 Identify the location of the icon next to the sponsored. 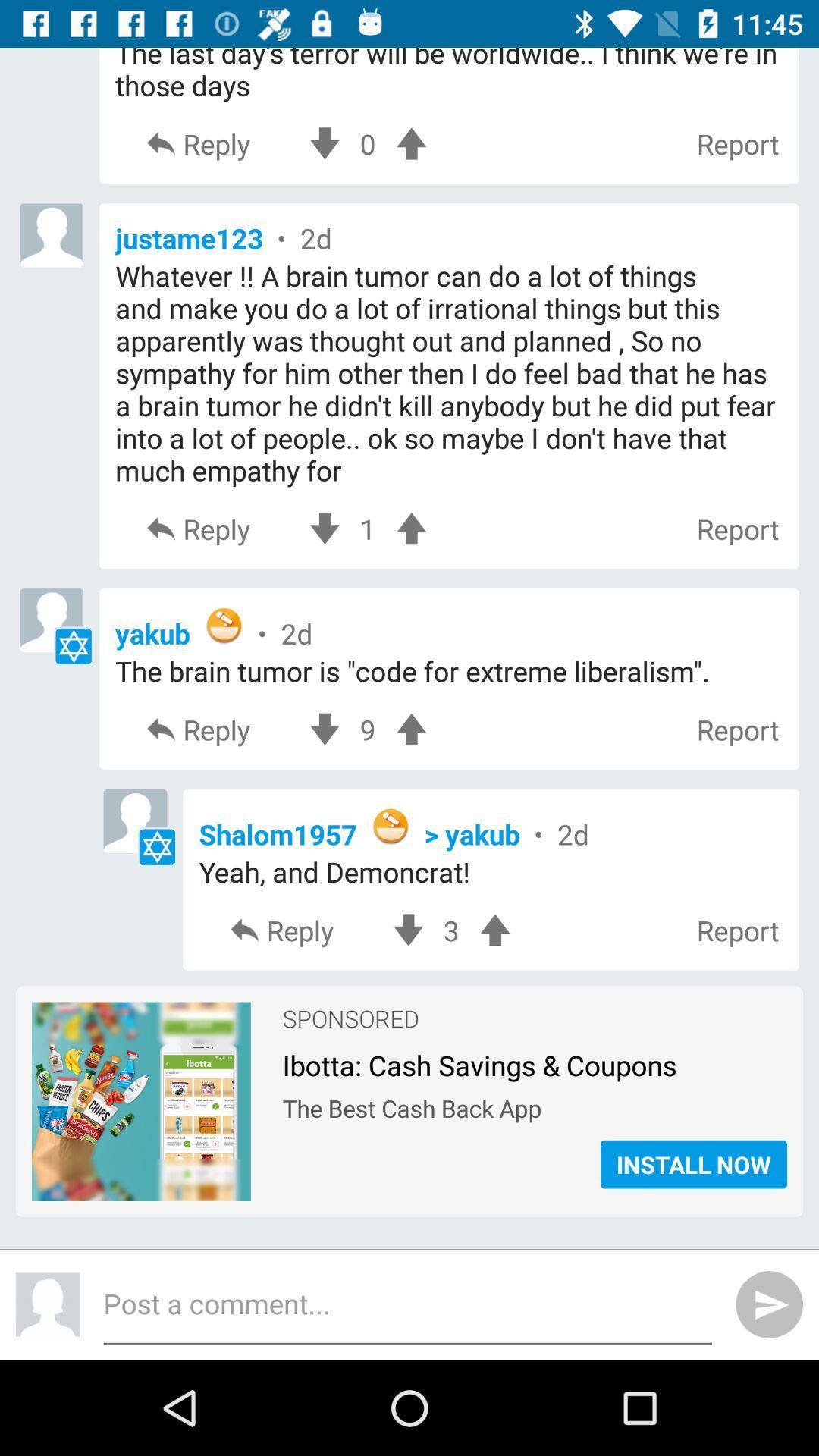
(141, 1023).